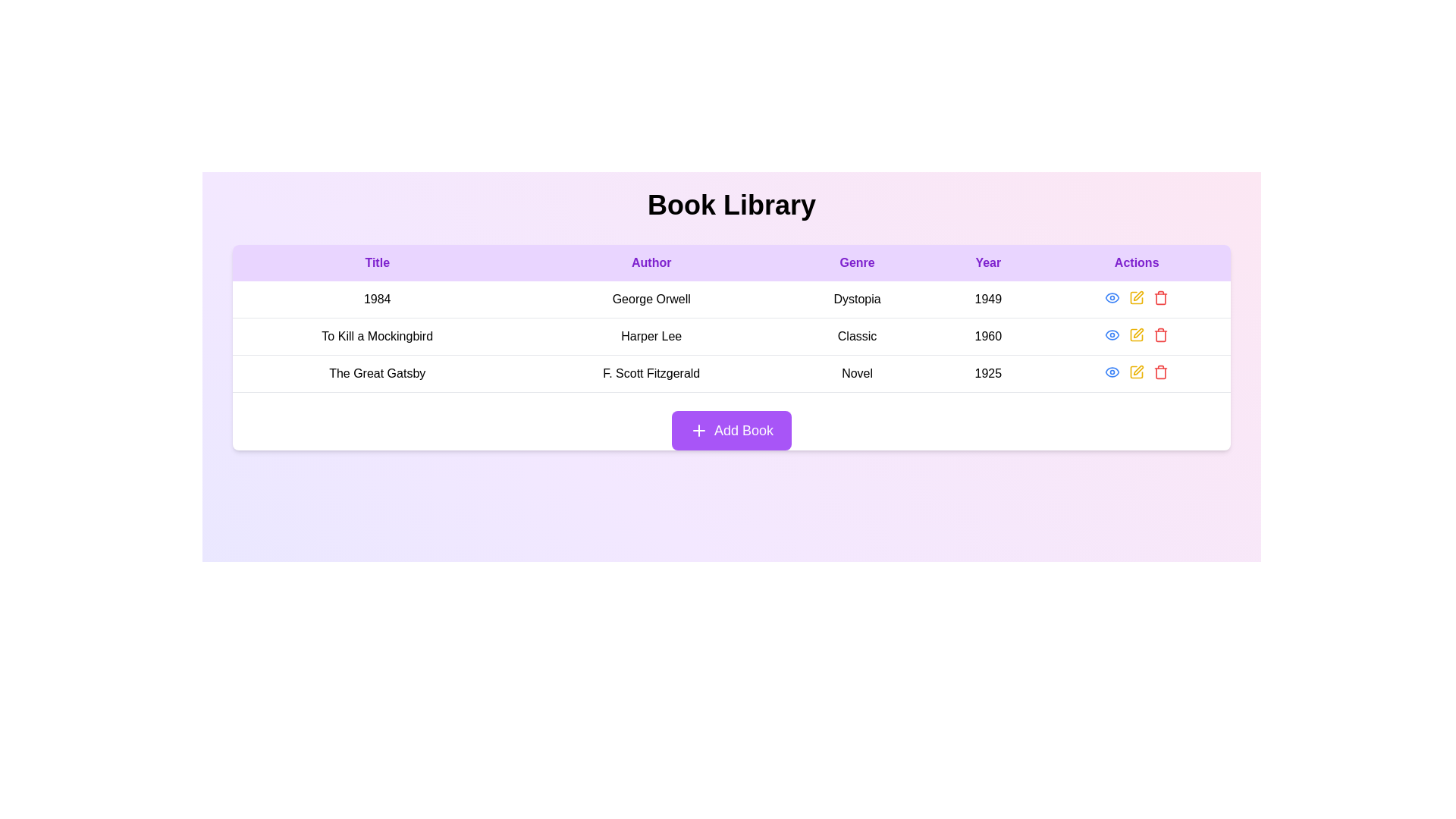 The height and width of the screenshot is (819, 1456). Describe the element at coordinates (731, 430) in the screenshot. I see `the 'Add Book' button, which has a vibrant purple background and a white plus icon` at that location.